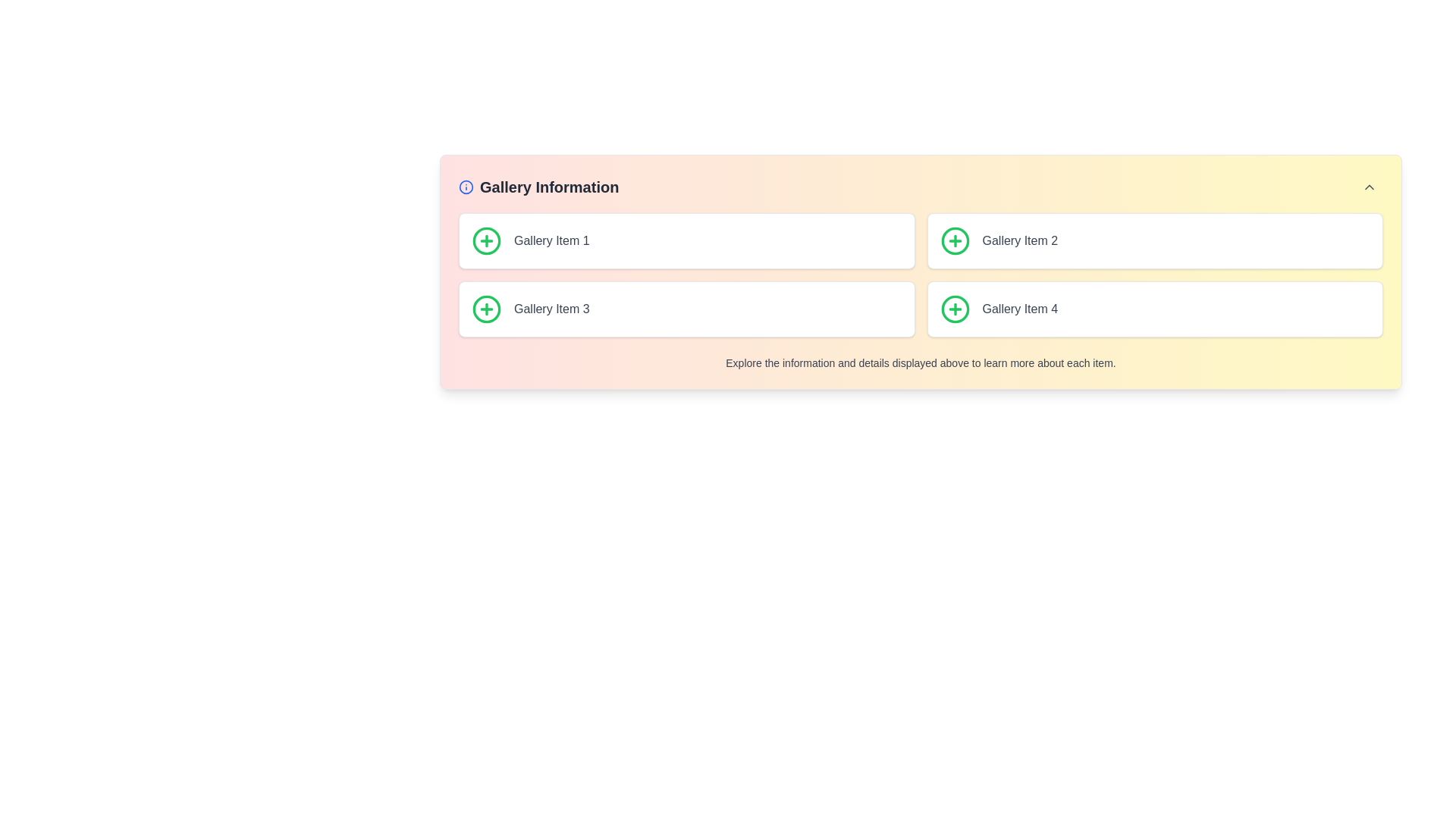 The height and width of the screenshot is (819, 1456). I want to click on the text label that reads 'Gallery Item 2', which is styled with gray color and is positioned in the top-right section of a four-item grid layout, so click(1020, 240).